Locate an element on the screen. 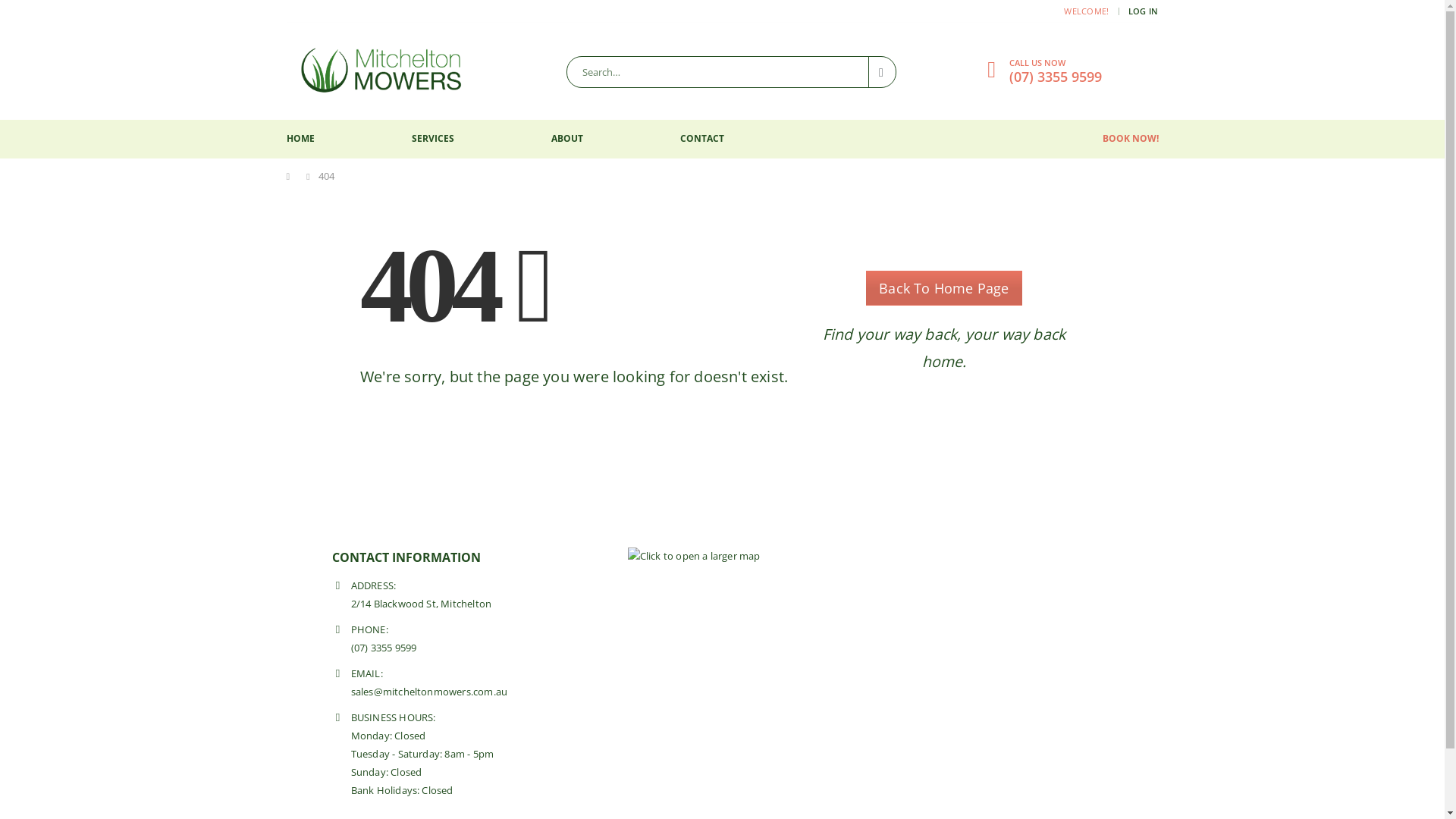 This screenshot has width=1456, height=819. 'SERVICES' is located at coordinates (431, 139).